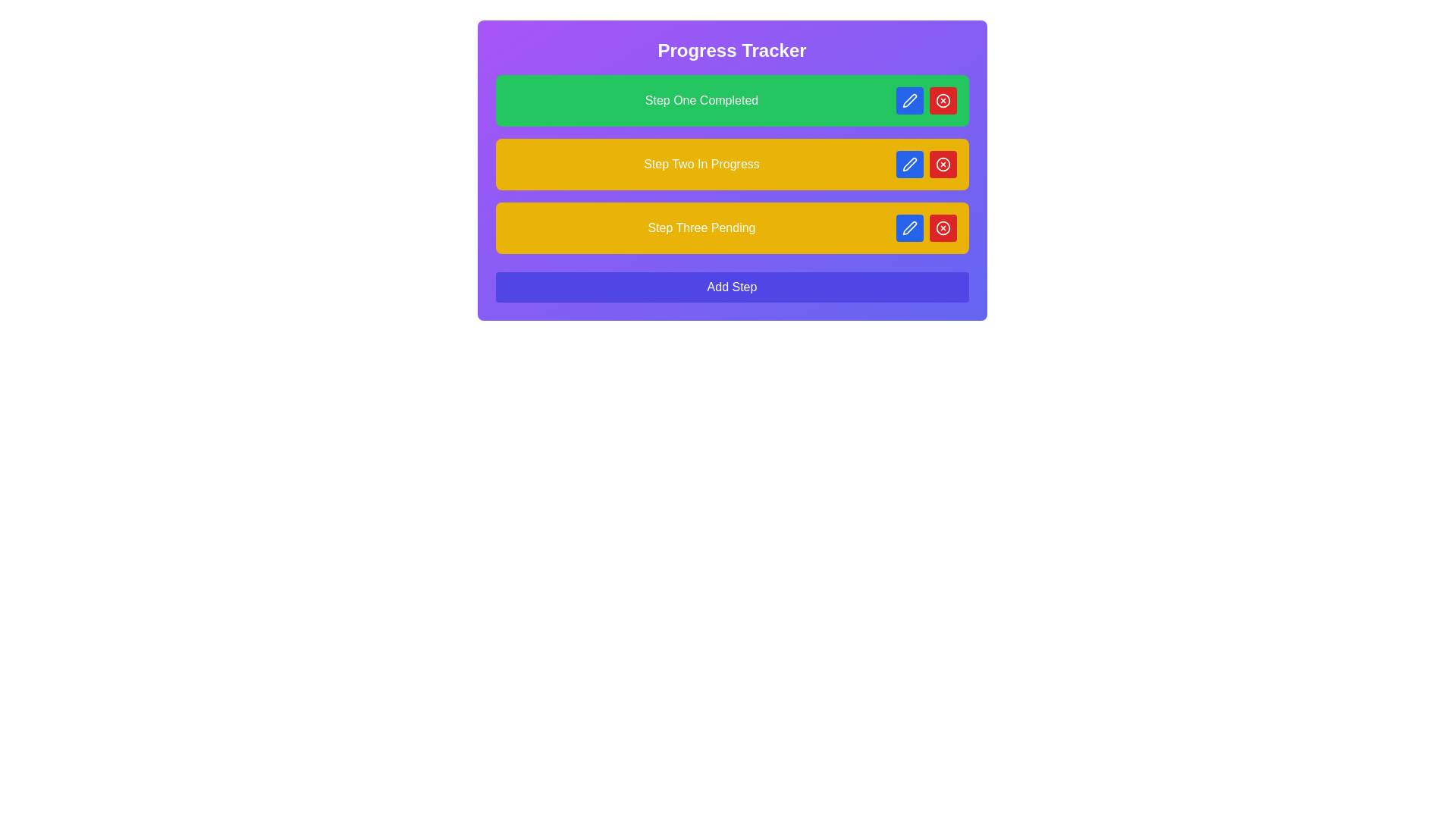 The width and height of the screenshot is (1456, 819). Describe the element at coordinates (909, 100) in the screenshot. I see `the pen icon button with a blue background located beside the text 'Step One Completed' in the progress tracker` at that location.